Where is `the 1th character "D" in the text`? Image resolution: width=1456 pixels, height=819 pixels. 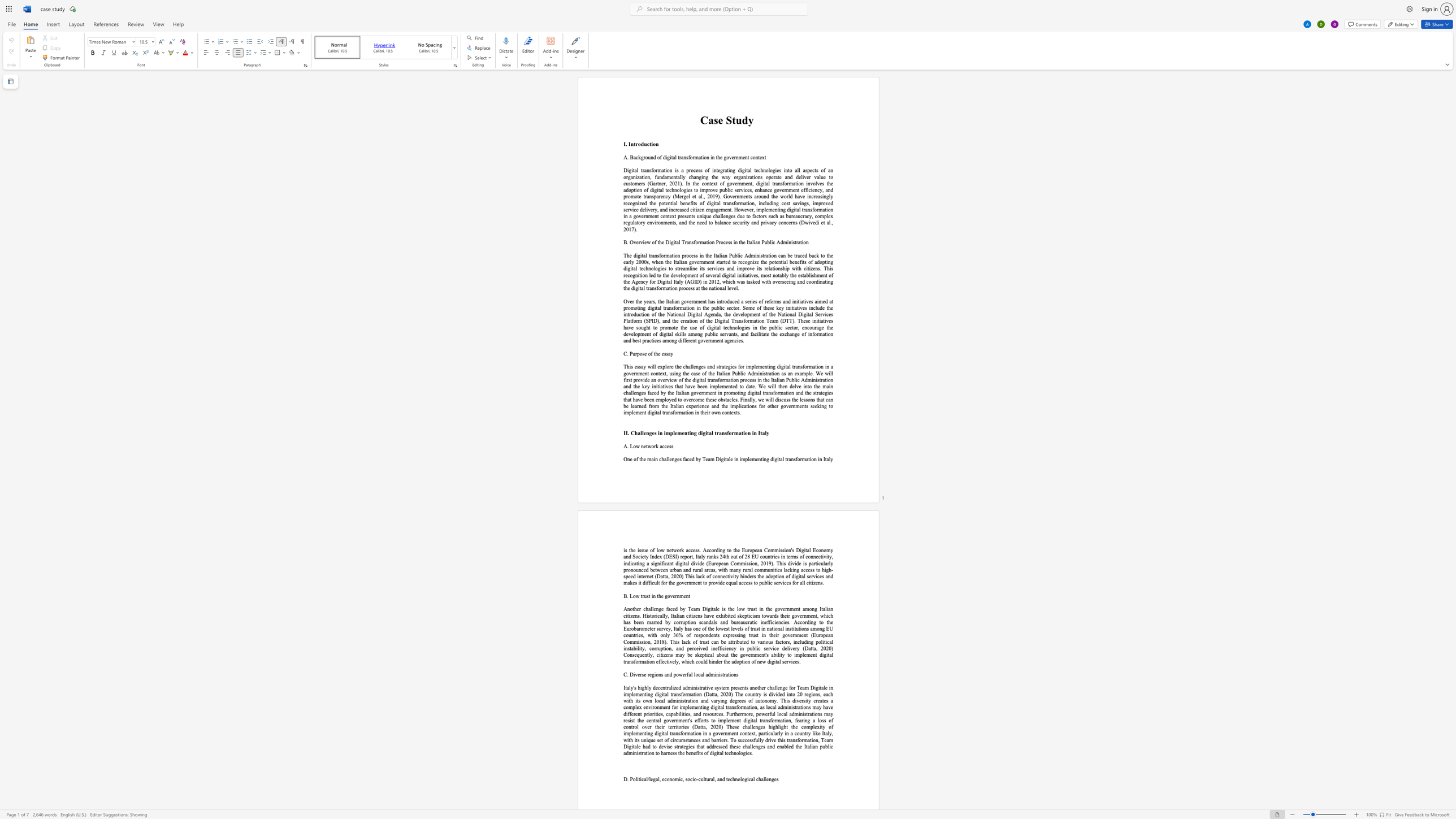
the 1th character "D" in the text is located at coordinates (631, 674).